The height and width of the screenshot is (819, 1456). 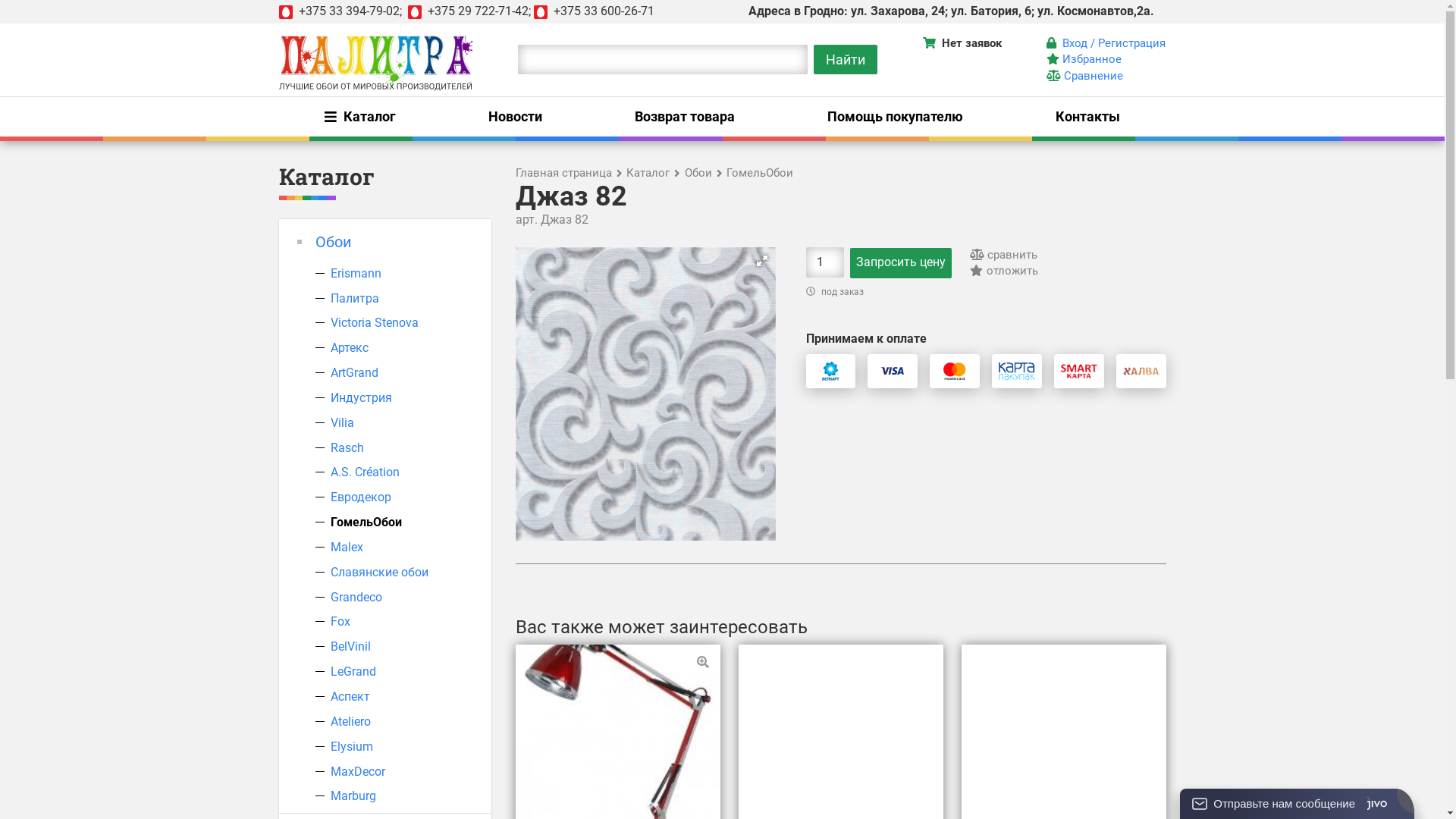 I want to click on 'Marburg', so click(x=352, y=795).